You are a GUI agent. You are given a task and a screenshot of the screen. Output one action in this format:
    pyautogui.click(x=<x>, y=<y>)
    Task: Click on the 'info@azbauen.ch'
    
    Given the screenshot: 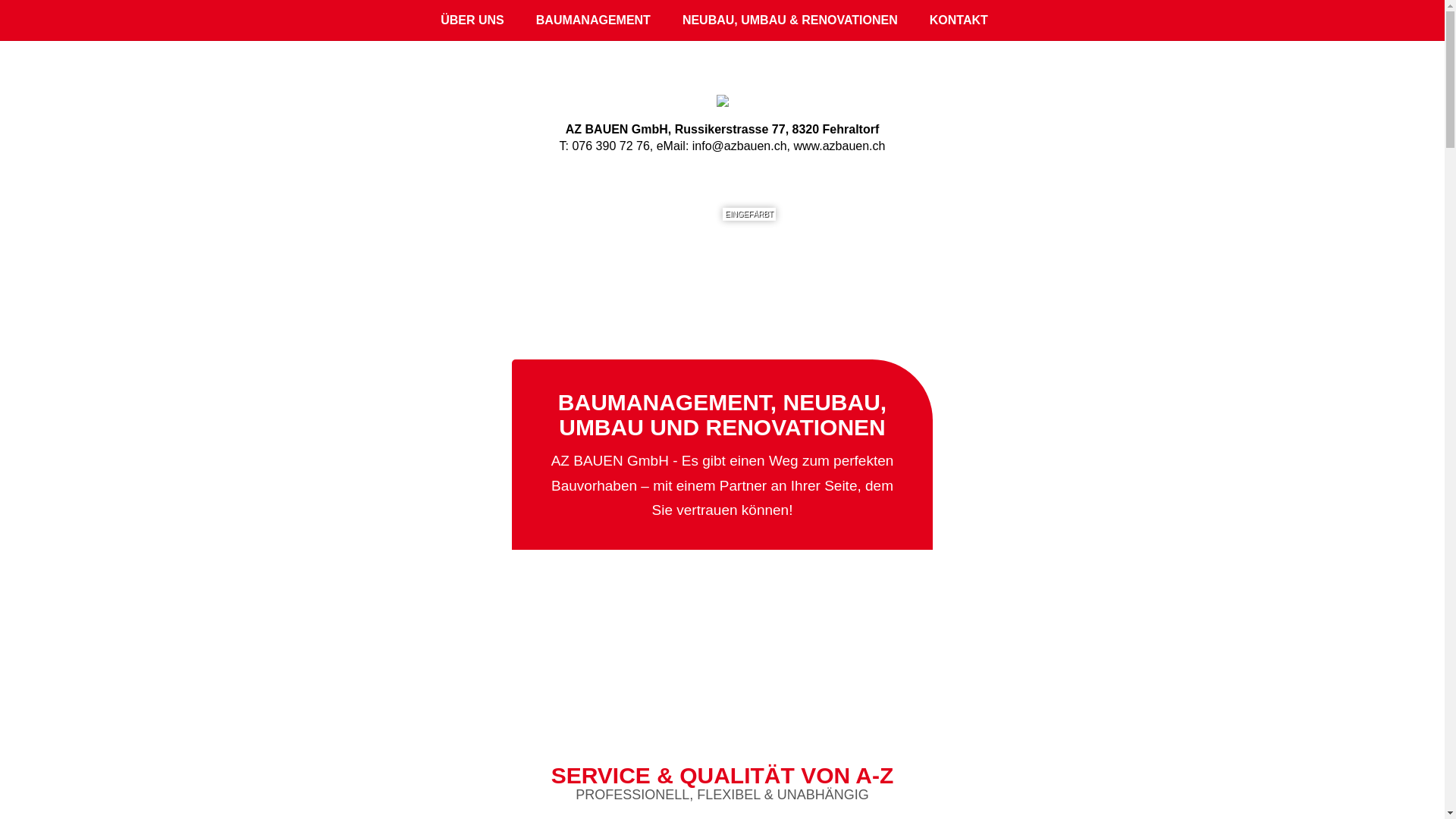 What is the action you would take?
    pyautogui.click(x=739, y=146)
    